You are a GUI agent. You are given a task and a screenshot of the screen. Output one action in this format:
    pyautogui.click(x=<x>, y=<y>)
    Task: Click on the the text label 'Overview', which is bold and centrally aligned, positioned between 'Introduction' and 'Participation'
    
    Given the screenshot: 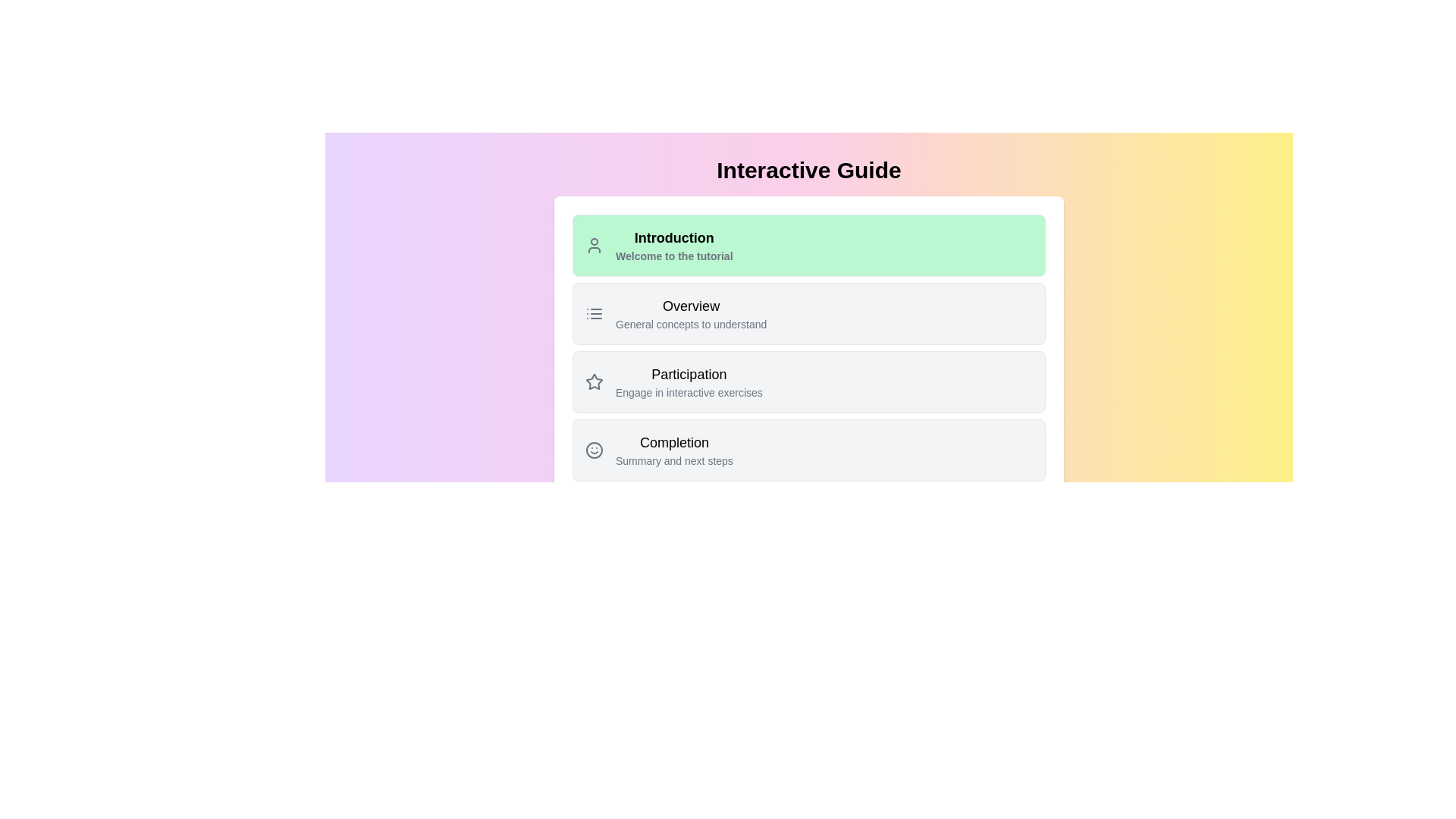 What is the action you would take?
    pyautogui.click(x=690, y=306)
    